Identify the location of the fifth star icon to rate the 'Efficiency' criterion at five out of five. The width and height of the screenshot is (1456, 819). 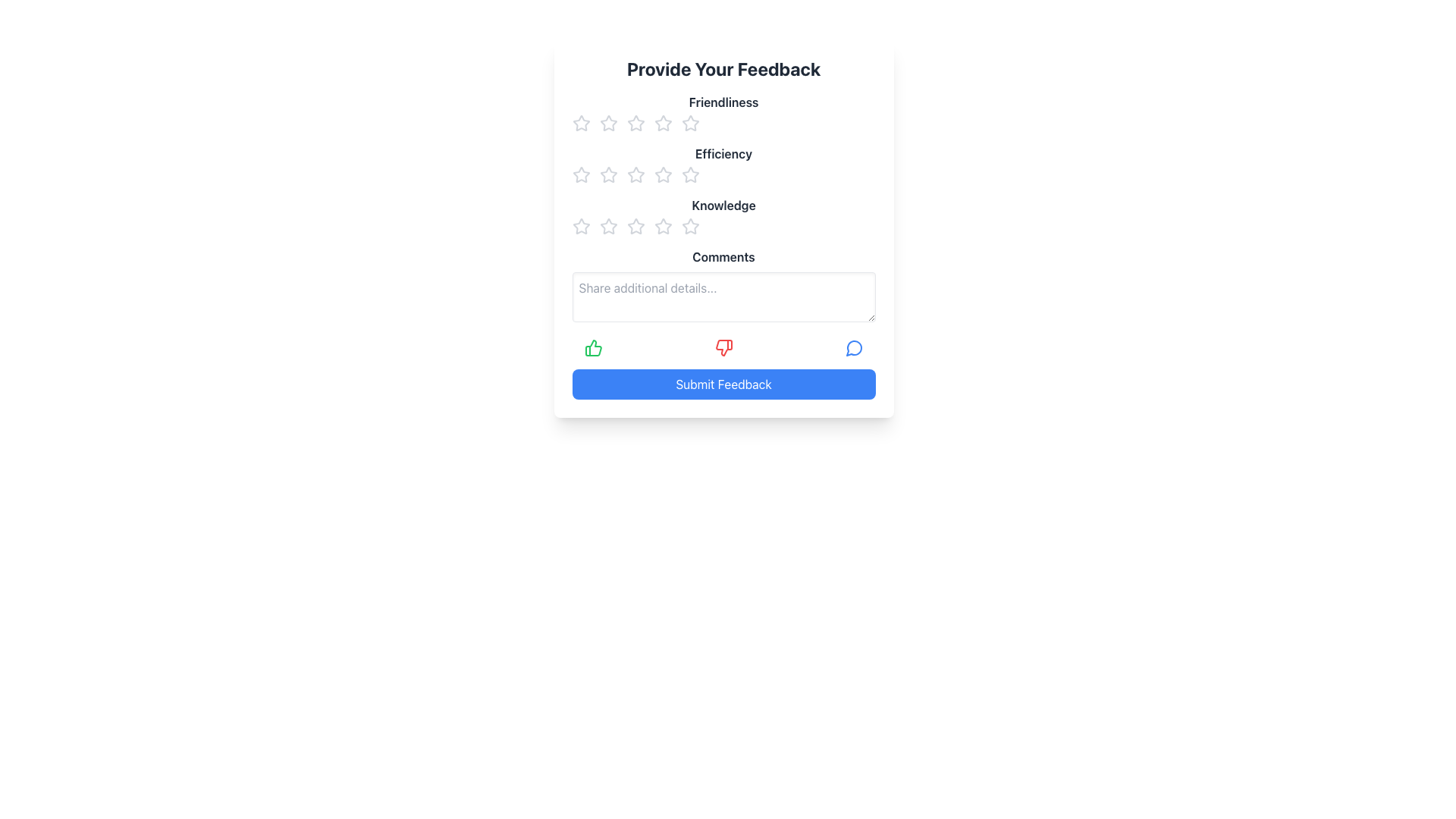
(689, 174).